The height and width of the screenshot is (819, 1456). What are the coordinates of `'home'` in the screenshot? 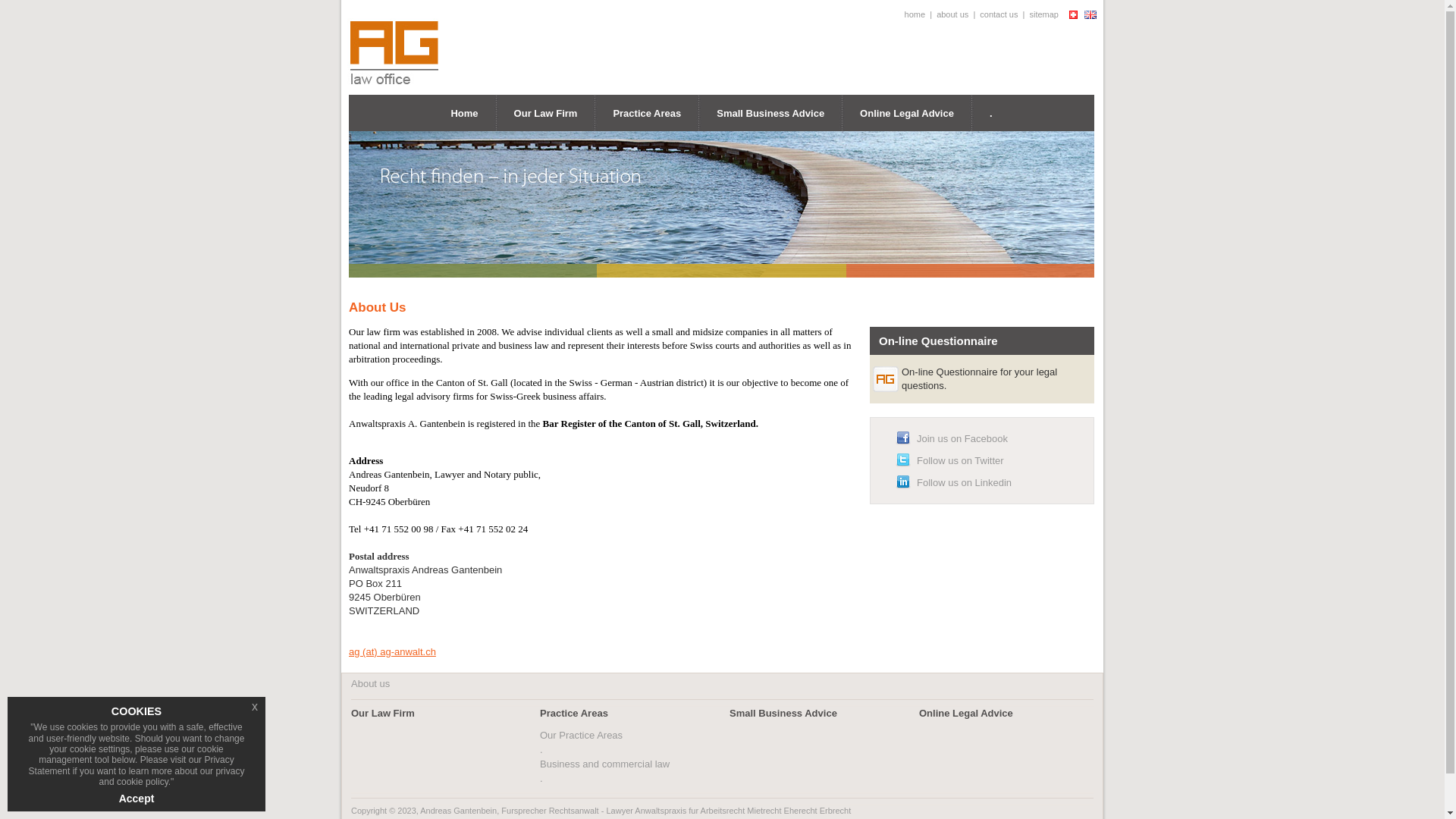 It's located at (914, 14).